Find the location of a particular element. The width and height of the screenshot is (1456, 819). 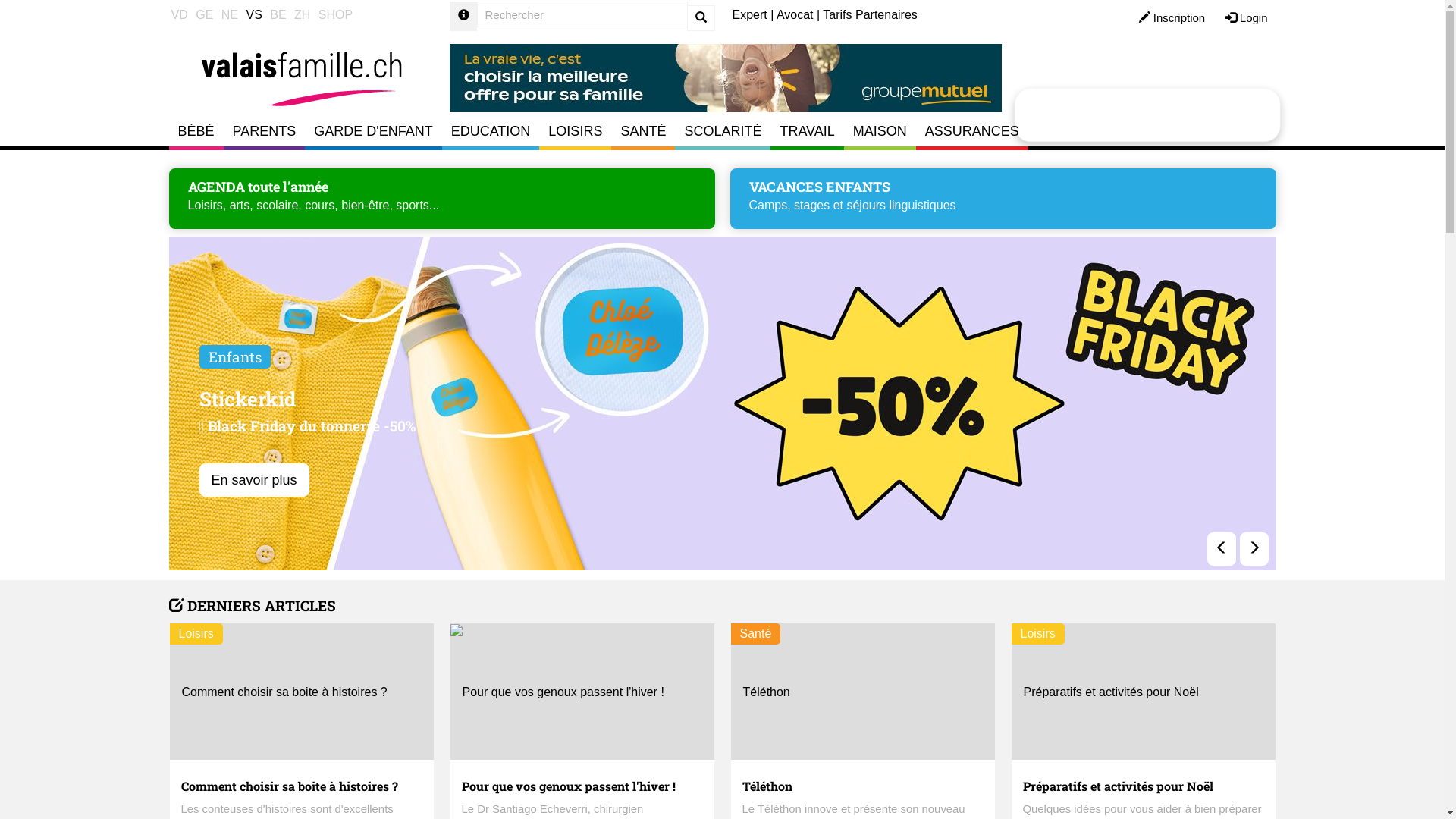

'GARDE D'ENFANT' is located at coordinates (372, 130).